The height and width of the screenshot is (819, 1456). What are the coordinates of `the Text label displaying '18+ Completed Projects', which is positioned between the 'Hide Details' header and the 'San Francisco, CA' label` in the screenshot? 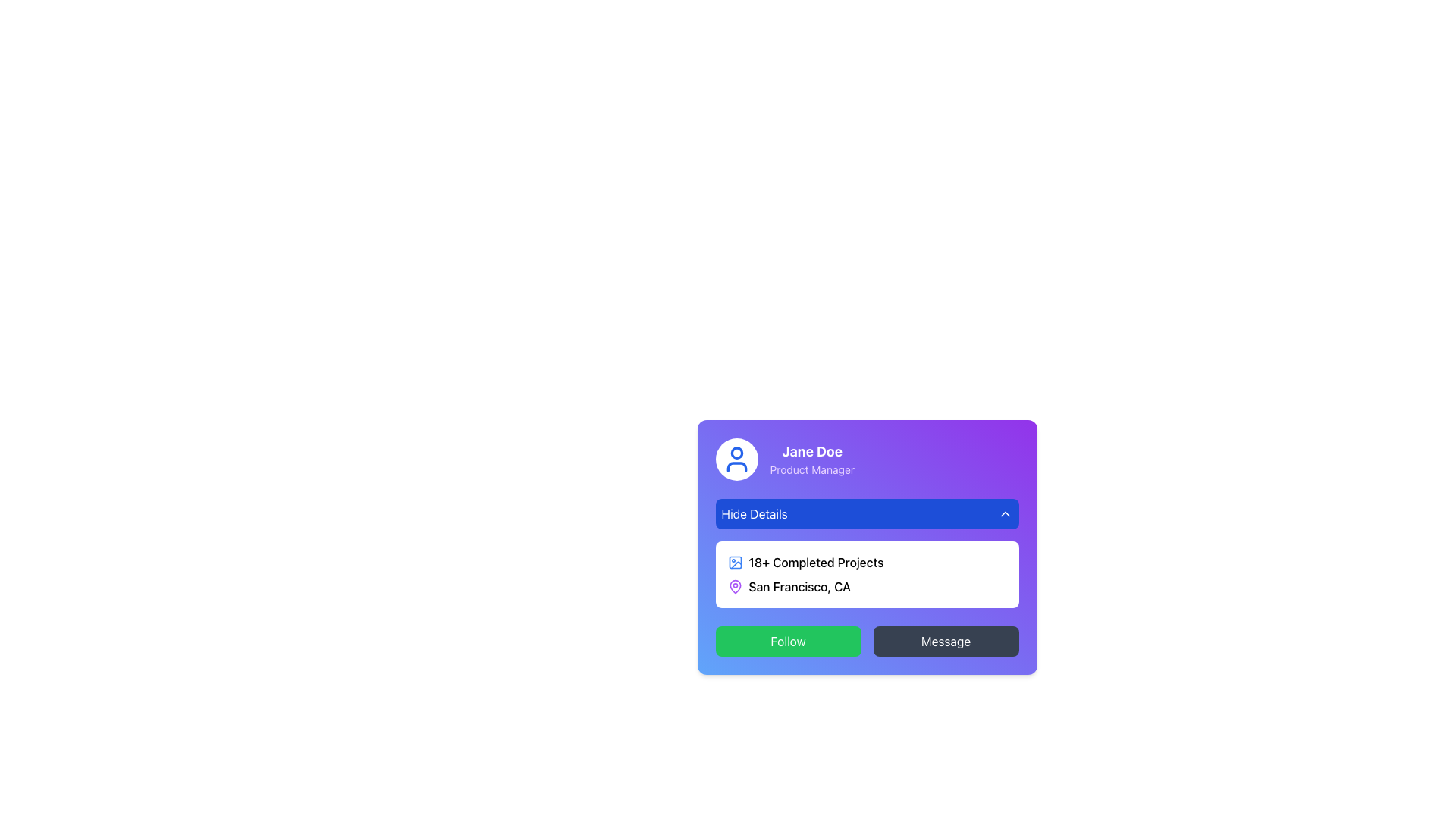 It's located at (815, 562).